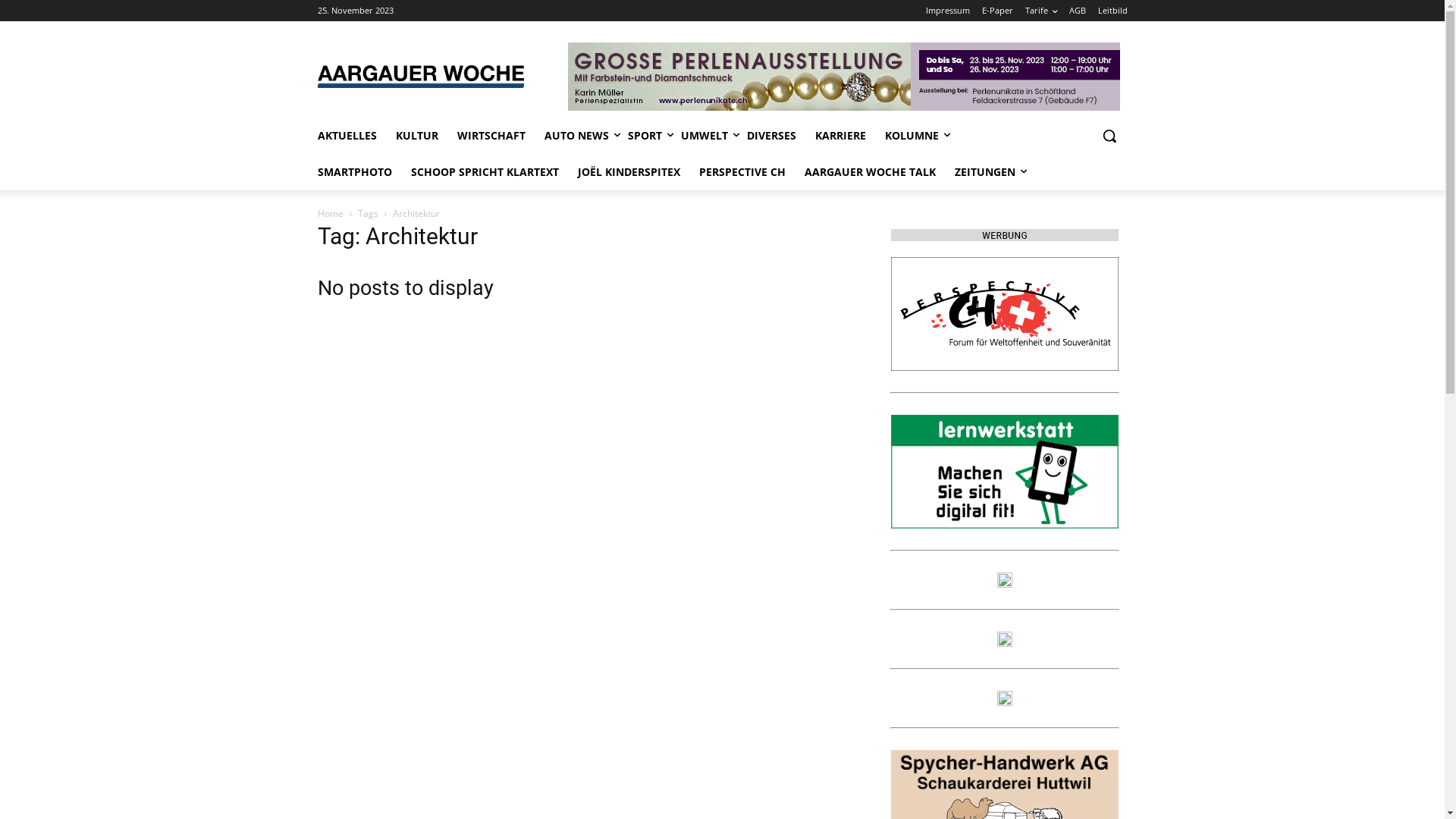 Image resolution: width=1456 pixels, height=819 pixels. What do you see at coordinates (952, 171) in the screenshot?
I see `'ZEITUNGEN'` at bounding box center [952, 171].